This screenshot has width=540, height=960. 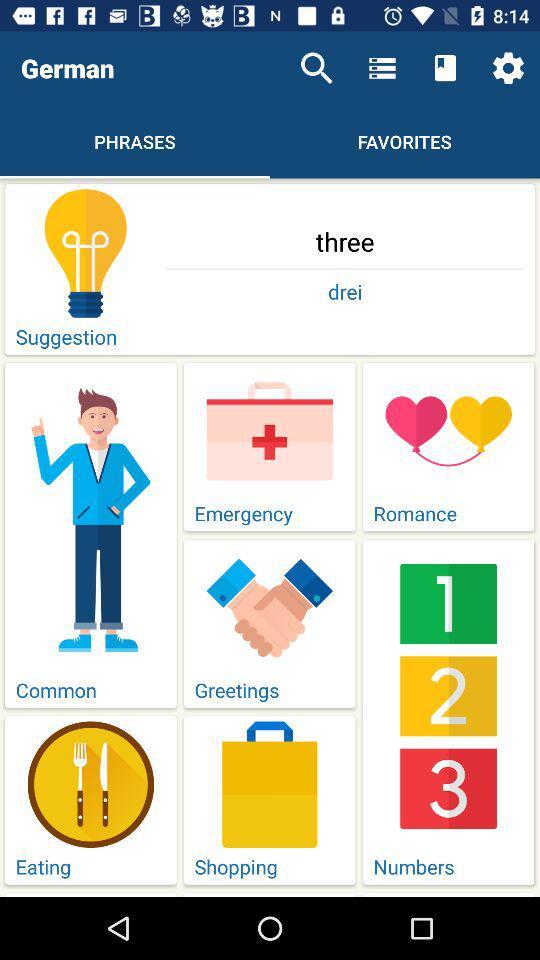 I want to click on the item next to german, so click(x=316, y=68).